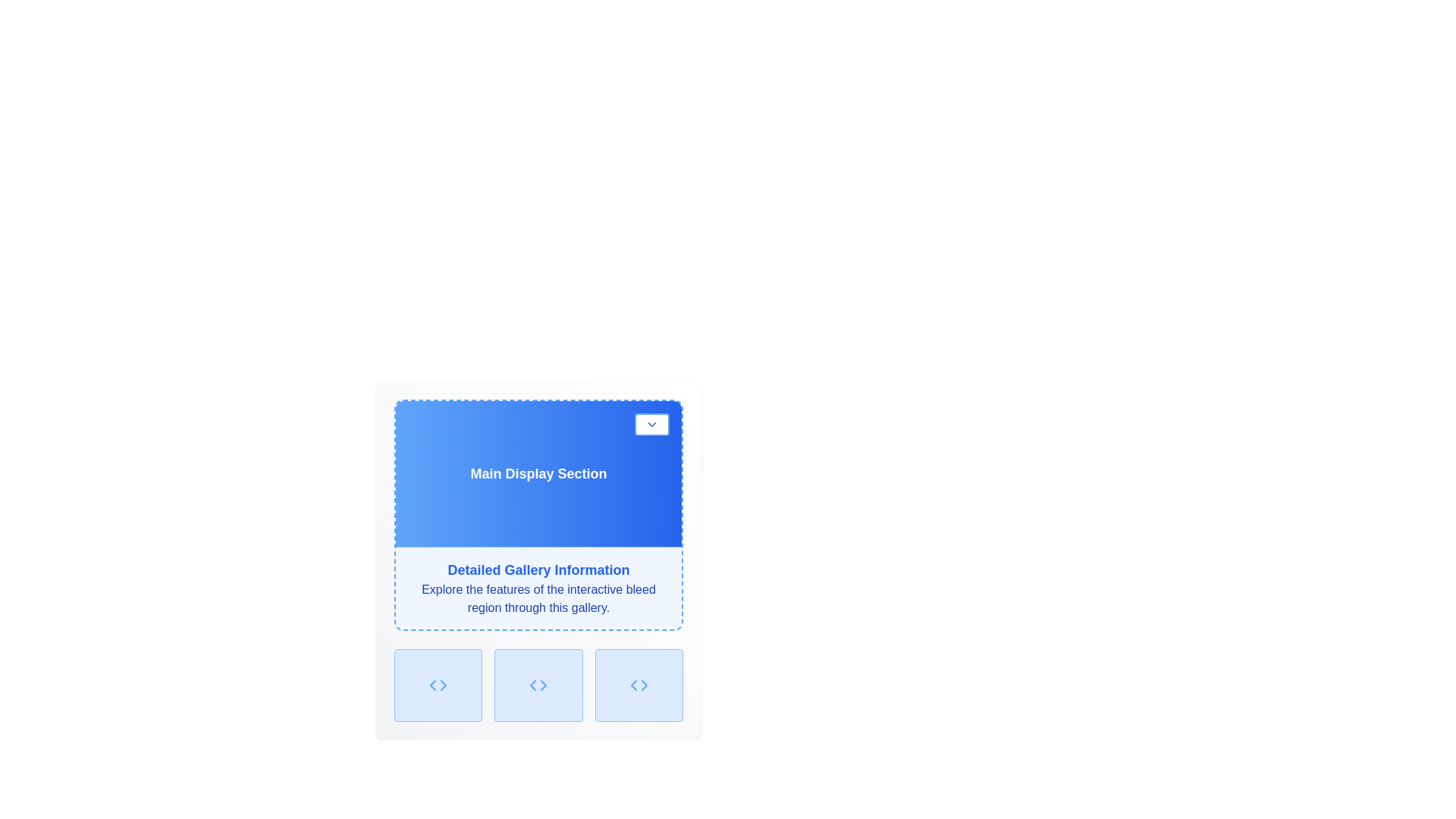 The width and height of the screenshot is (1456, 819). What do you see at coordinates (644, 685) in the screenshot?
I see `the right triangle icon located in the rightmost button of three buttons below the 'Detailed Gallery Information' section` at bounding box center [644, 685].